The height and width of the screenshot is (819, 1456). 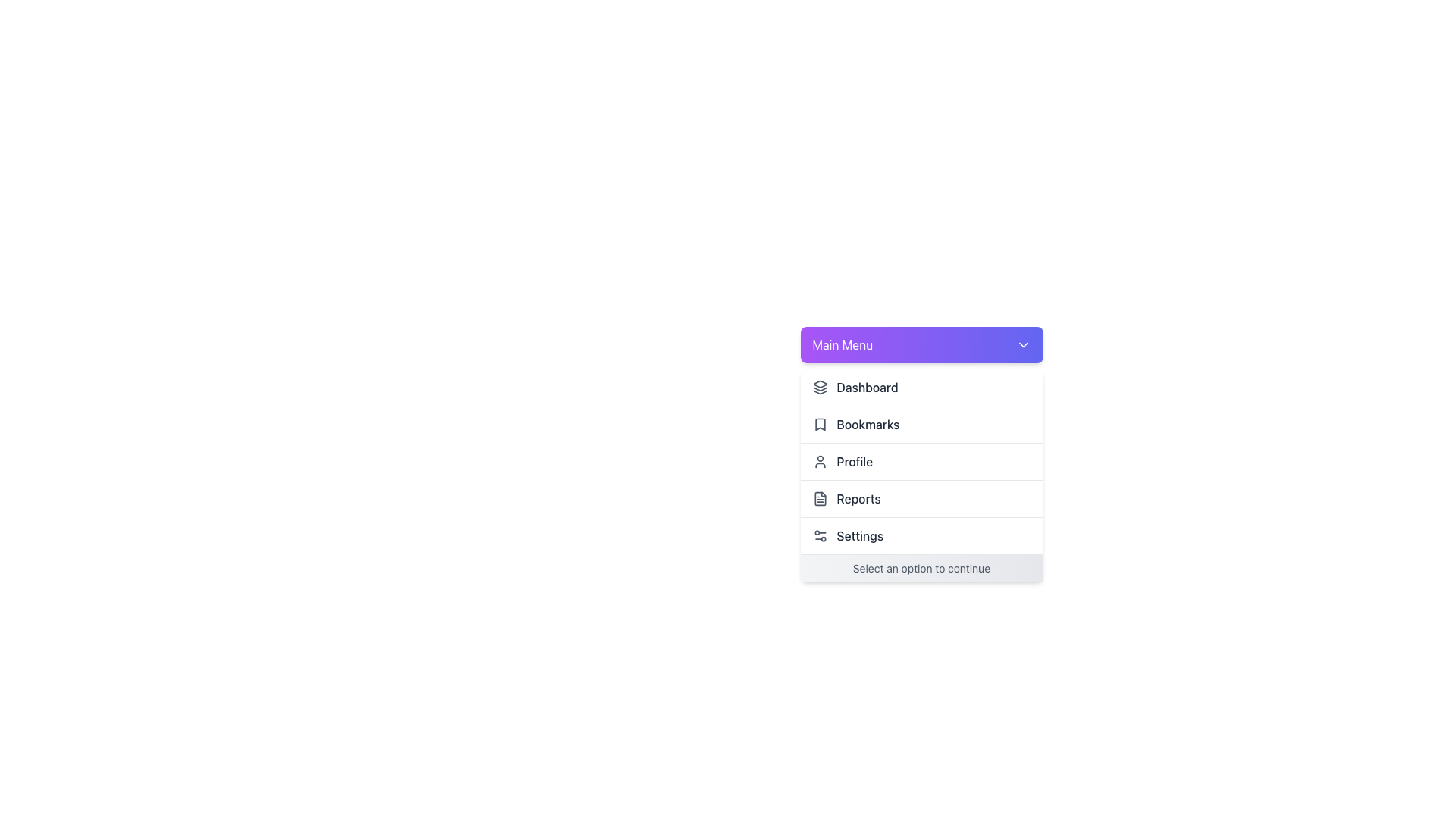 I want to click on the stylized document icon located in the dropdown menu under the 'Main Menu' header, which is the fourth option from the top and adjacent to the 'Reports' label, so click(x=819, y=499).